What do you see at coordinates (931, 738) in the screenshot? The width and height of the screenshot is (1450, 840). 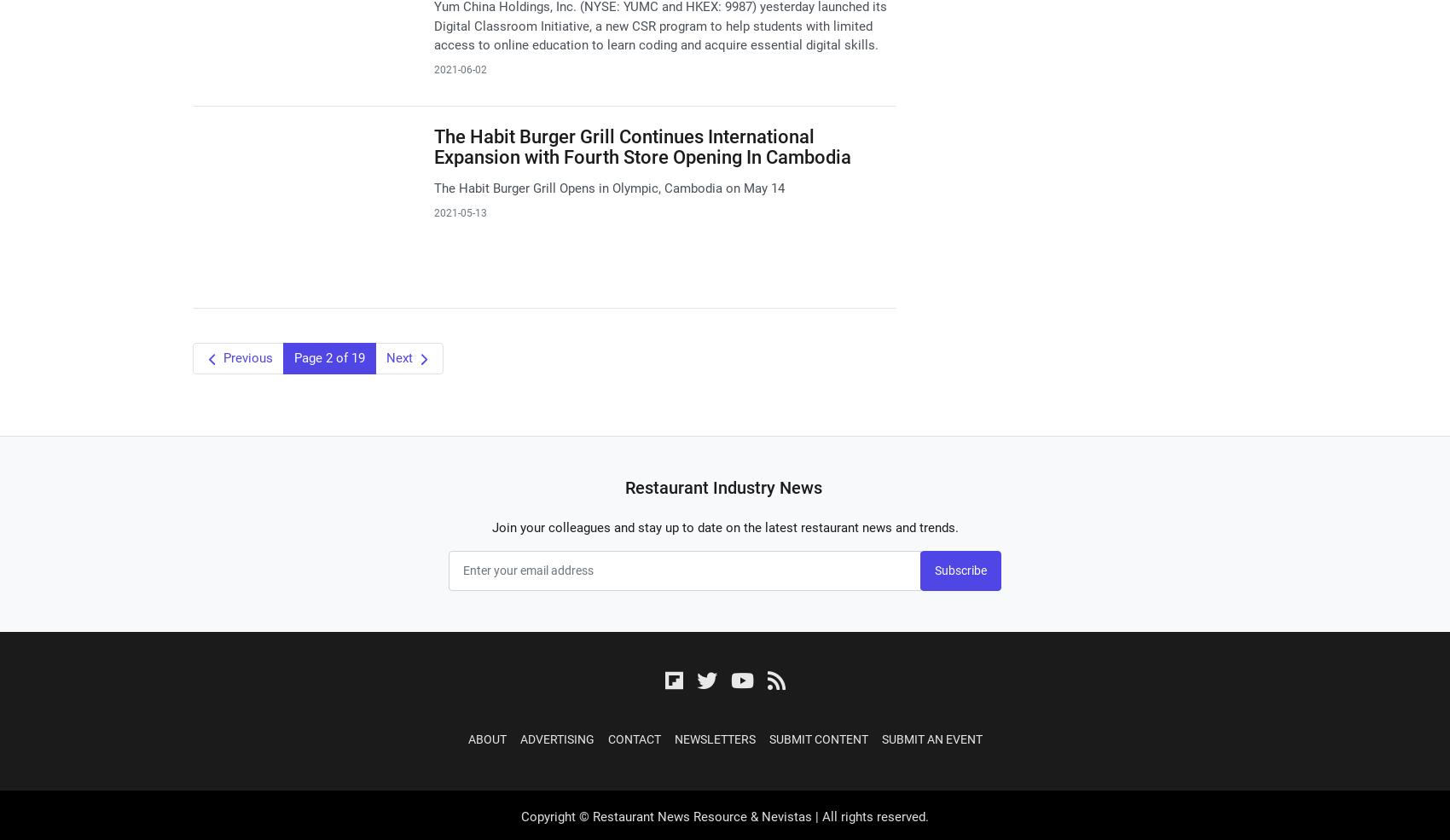 I see `'Submit an Event'` at bounding box center [931, 738].